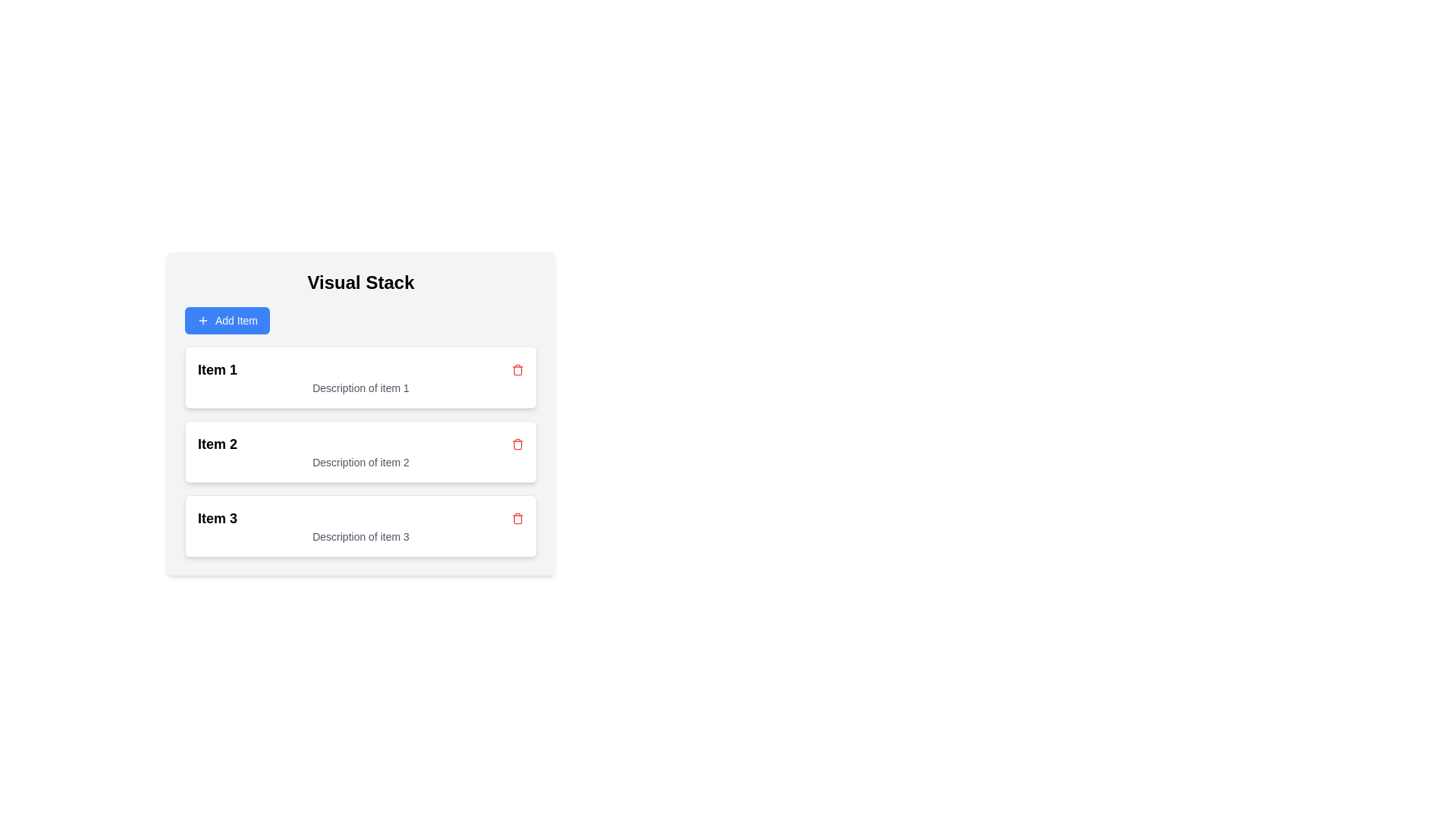  What do you see at coordinates (517, 444) in the screenshot?
I see `the delete button (trash icon) associated with 'Item 2'` at bounding box center [517, 444].